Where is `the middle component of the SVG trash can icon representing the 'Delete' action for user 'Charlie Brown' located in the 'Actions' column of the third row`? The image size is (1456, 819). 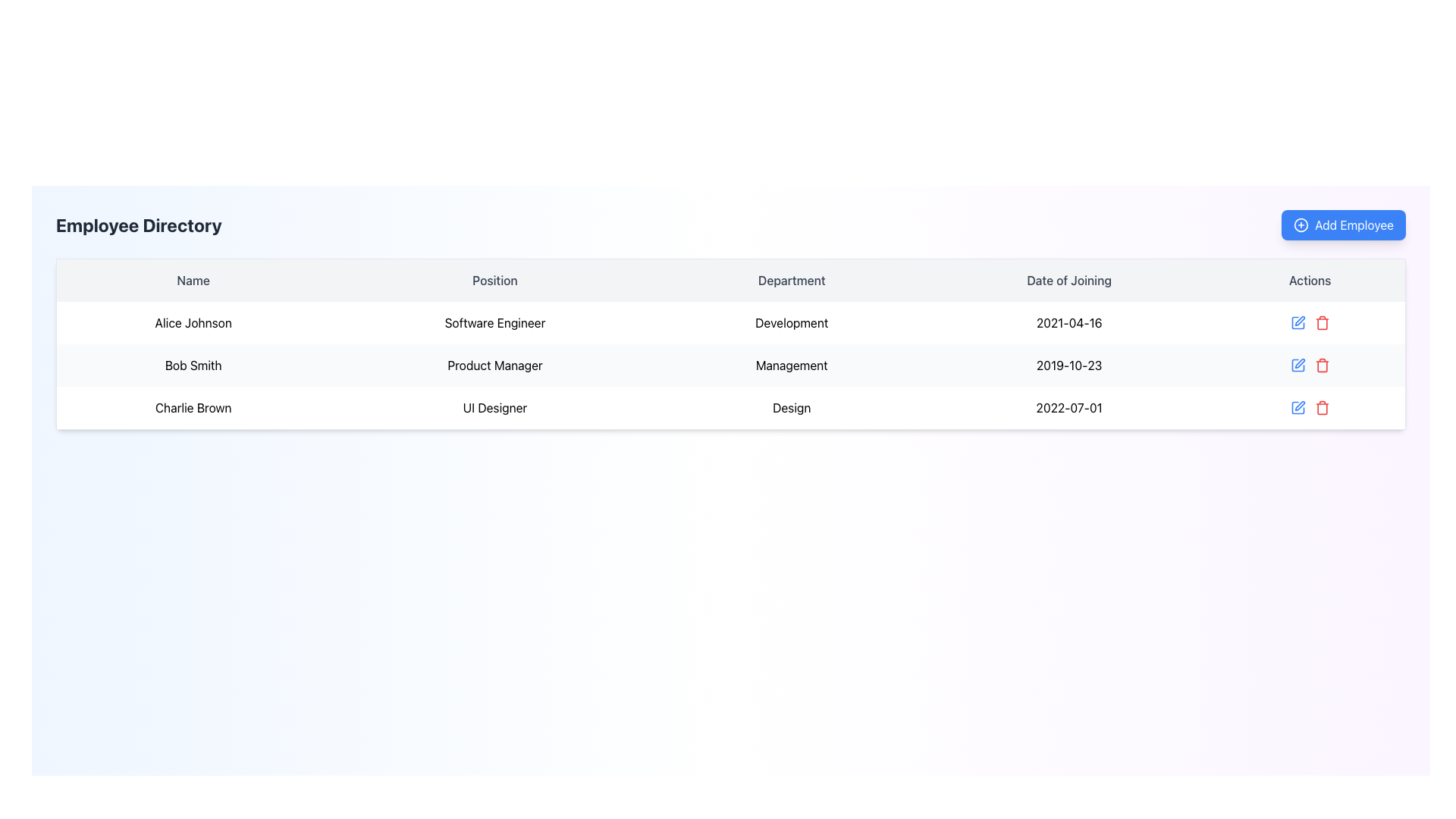
the middle component of the SVG trash can icon representing the 'Delete' action for user 'Charlie Brown' located in the 'Actions' column of the third row is located at coordinates (1321, 323).